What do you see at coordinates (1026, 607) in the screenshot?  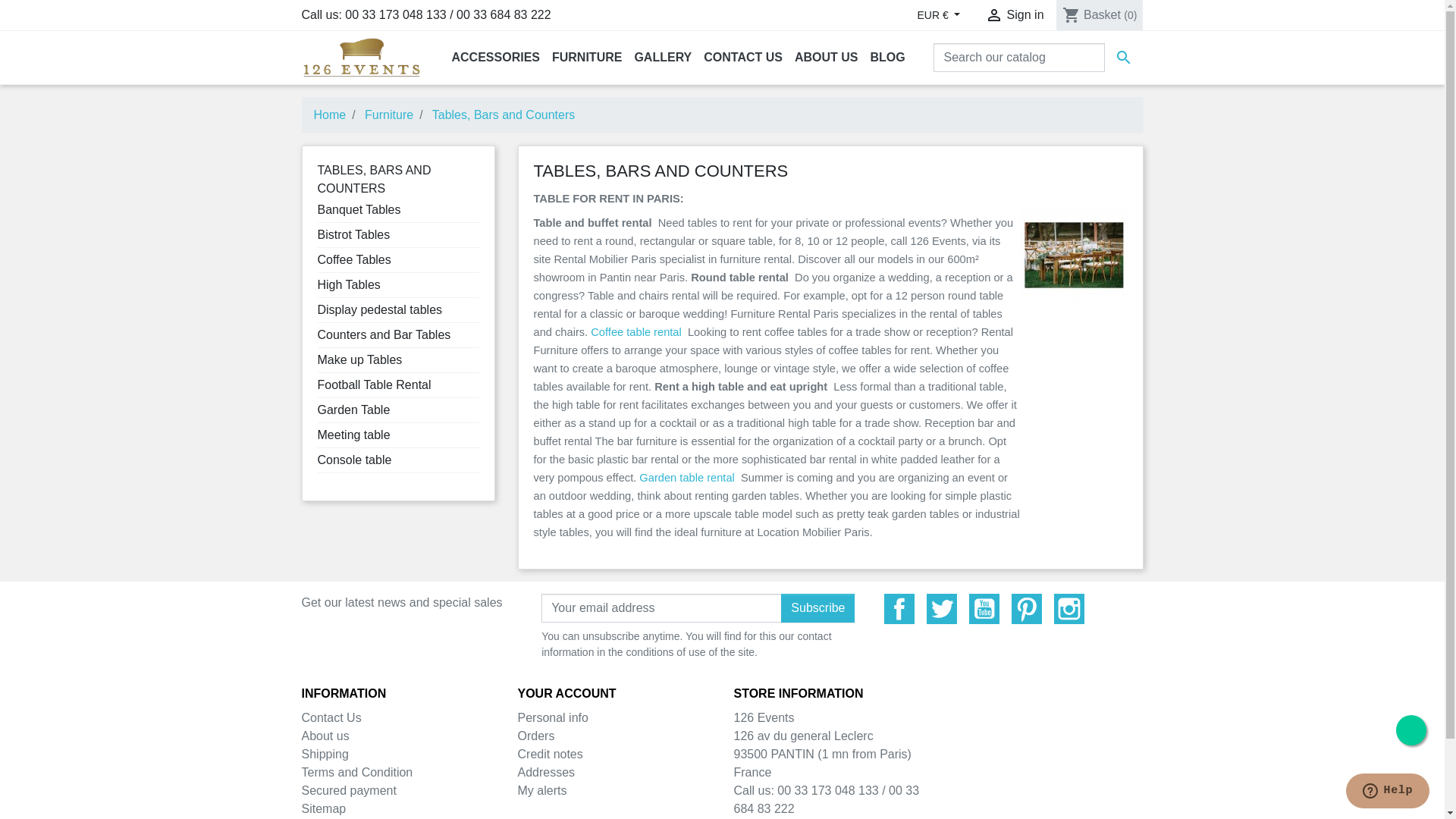 I see `'Pinterest'` at bounding box center [1026, 607].